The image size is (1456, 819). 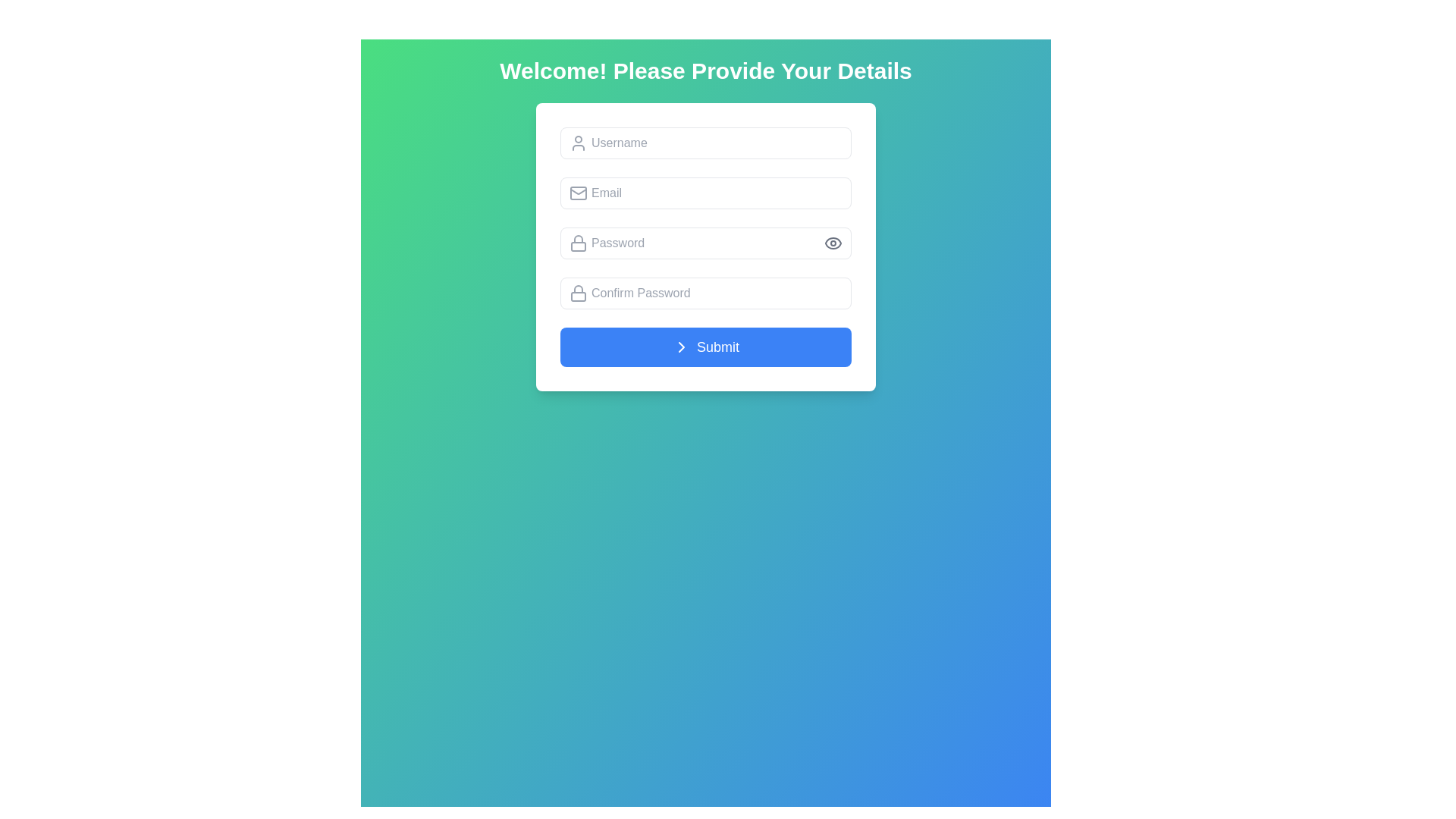 I want to click on the eye icon, so click(x=833, y=242).